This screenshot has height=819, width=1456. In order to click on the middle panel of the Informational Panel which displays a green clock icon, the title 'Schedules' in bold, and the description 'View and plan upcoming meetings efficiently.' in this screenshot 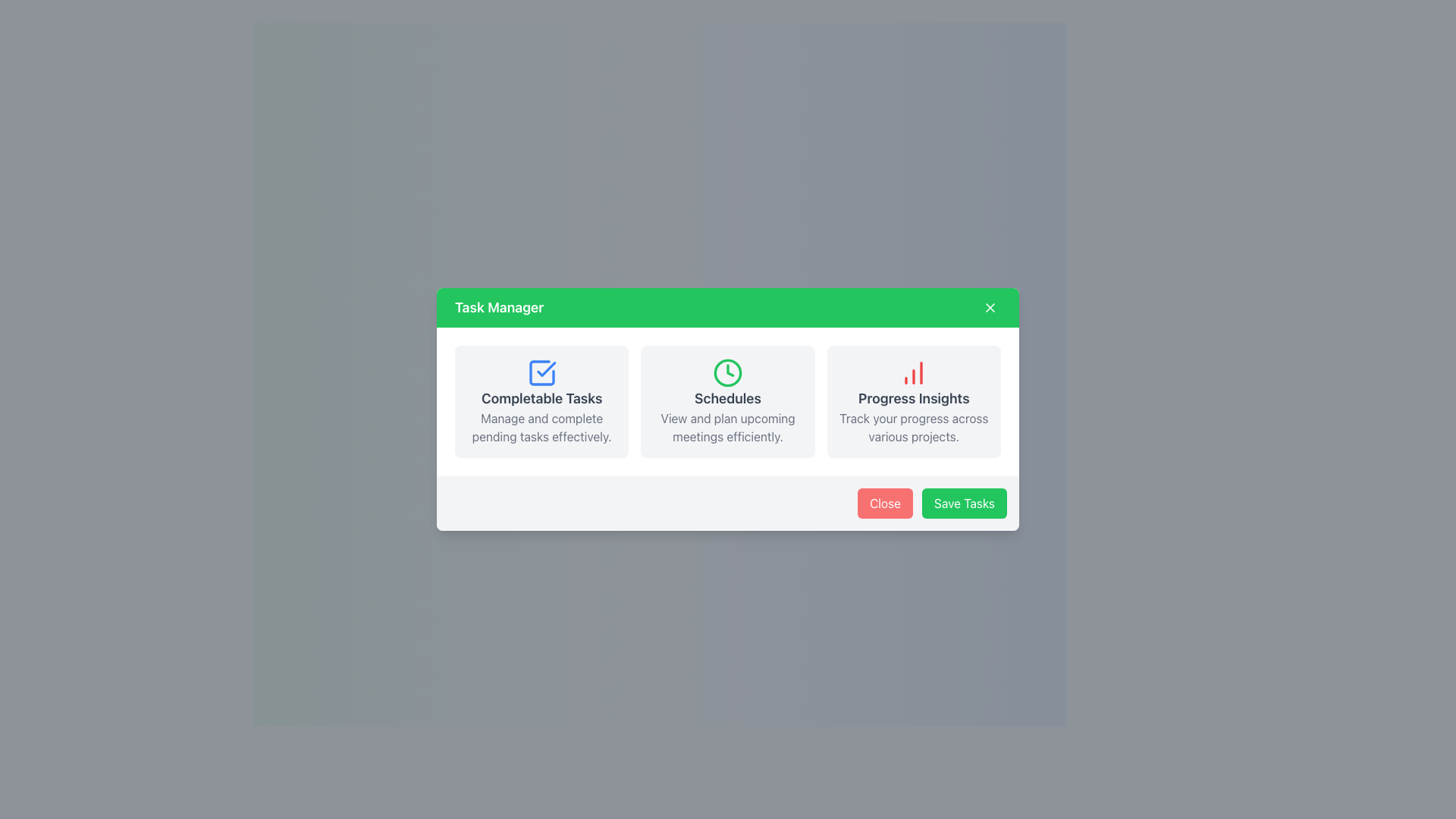, I will do `click(728, 400)`.